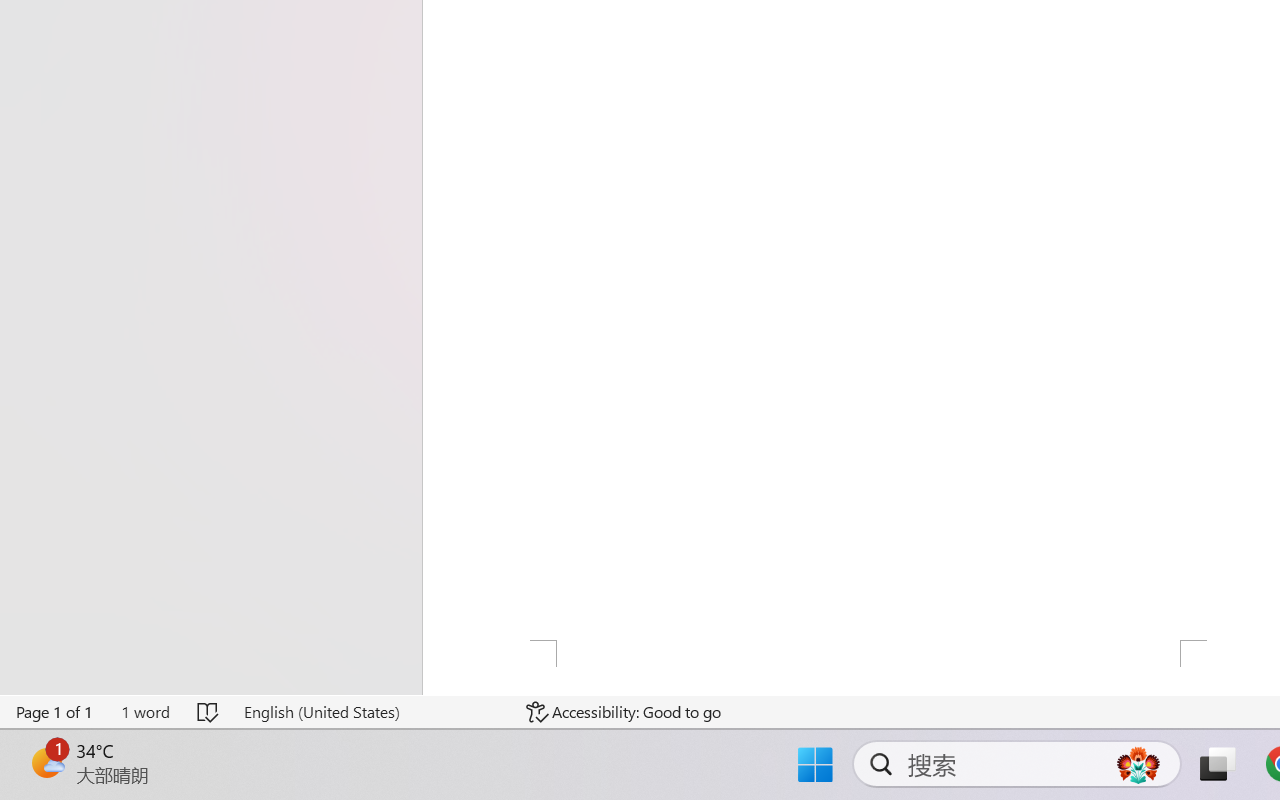 Image resolution: width=1280 pixels, height=800 pixels. What do you see at coordinates (1138, 764) in the screenshot?
I see `'AutomationID: DynamicSearchBoxGleamImage'` at bounding box center [1138, 764].